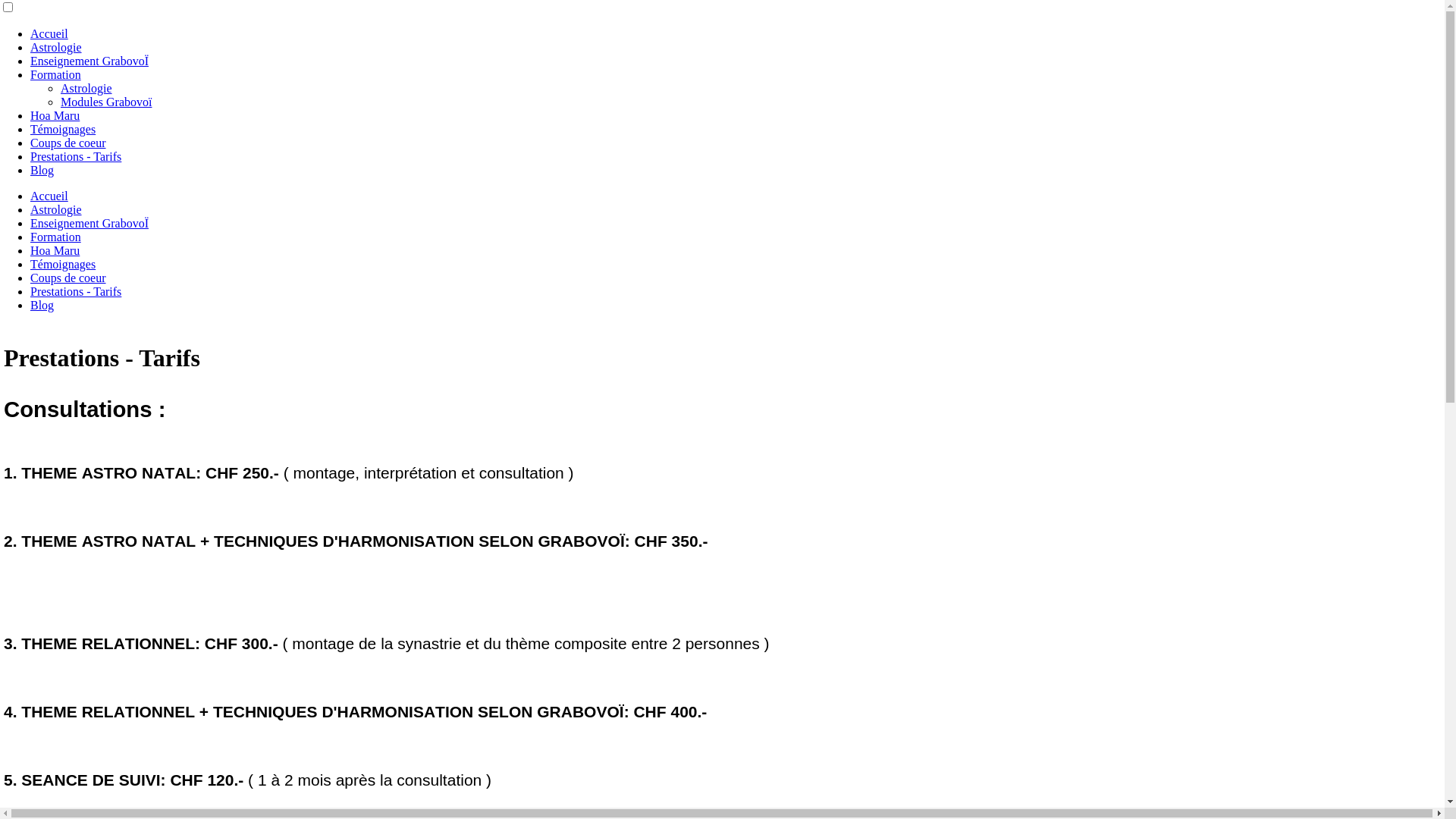 This screenshot has height=819, width=1456. Describe the element at coordinates (49, 33) in the screenshot. I see `'Accueil'` at that location.